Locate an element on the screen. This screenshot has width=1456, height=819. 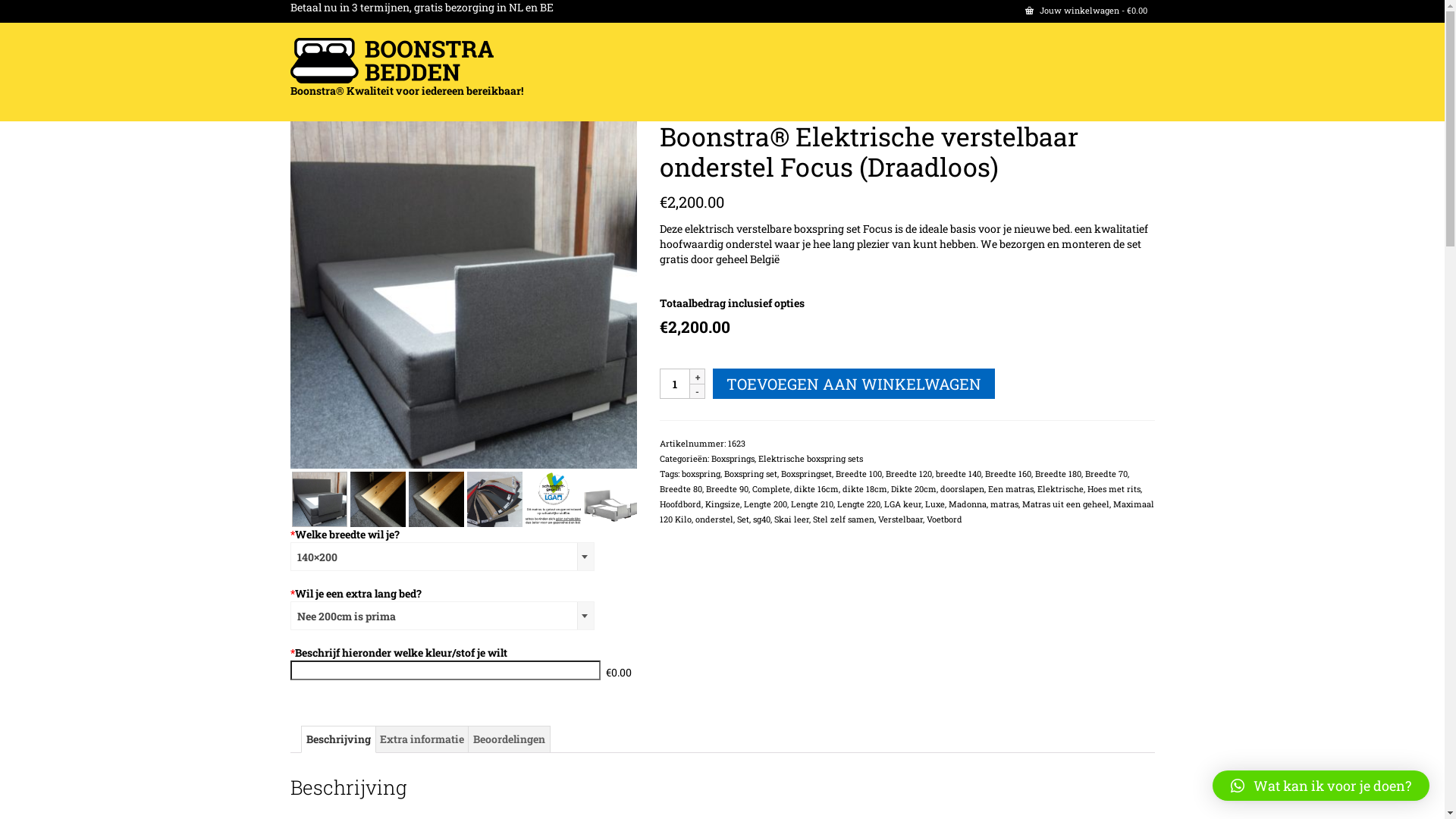
'Maximaal 120 Kilo' is located at coordinates (906, 511).